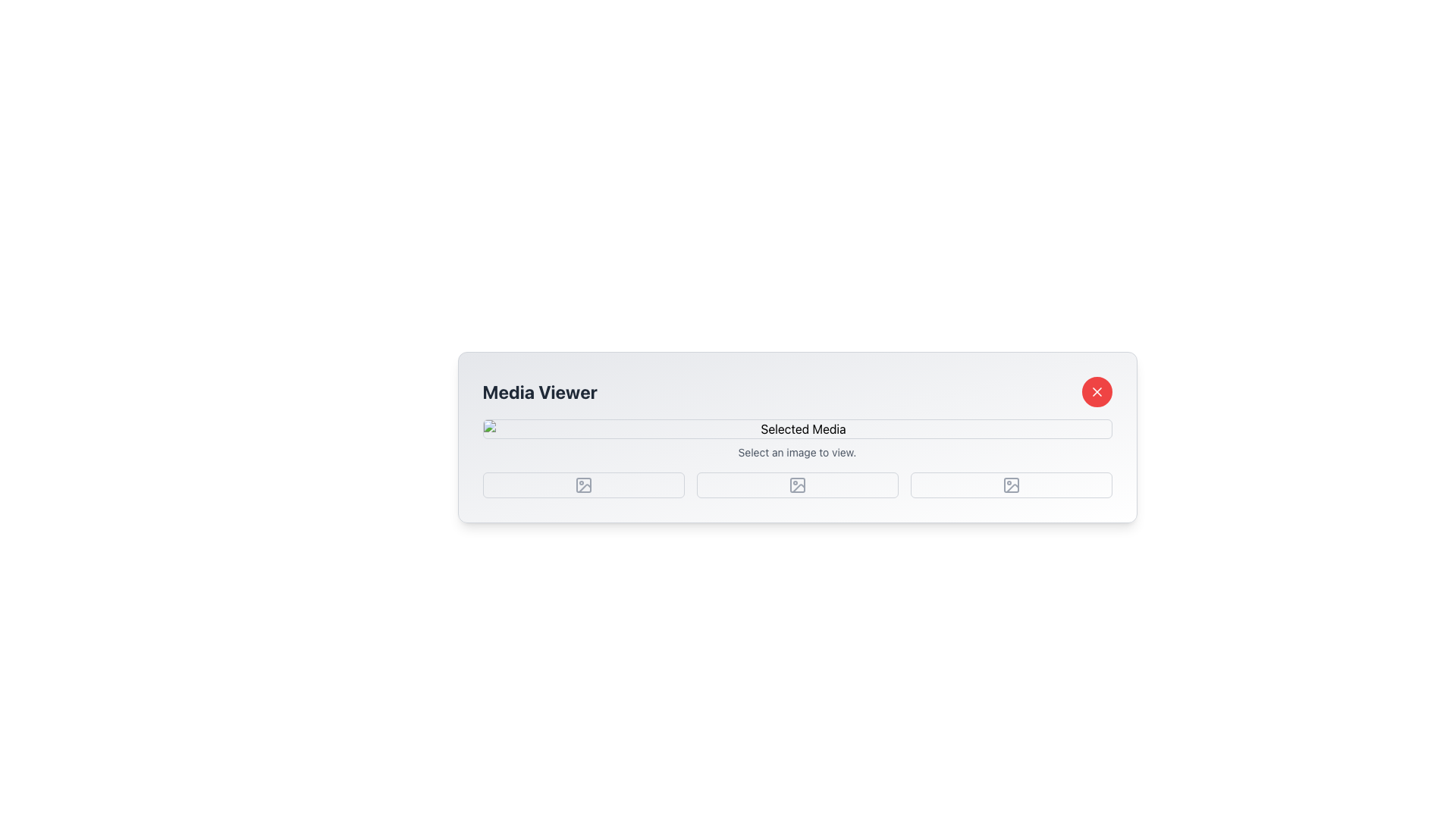 The height and width of the screenshot is (819, 1456). What do you see at coordinates (540, 391) in the screenshot?
I see `header text labeled 'Media Viewer', which serves as the title for the current section of the application` at bounding box center [540, 391].